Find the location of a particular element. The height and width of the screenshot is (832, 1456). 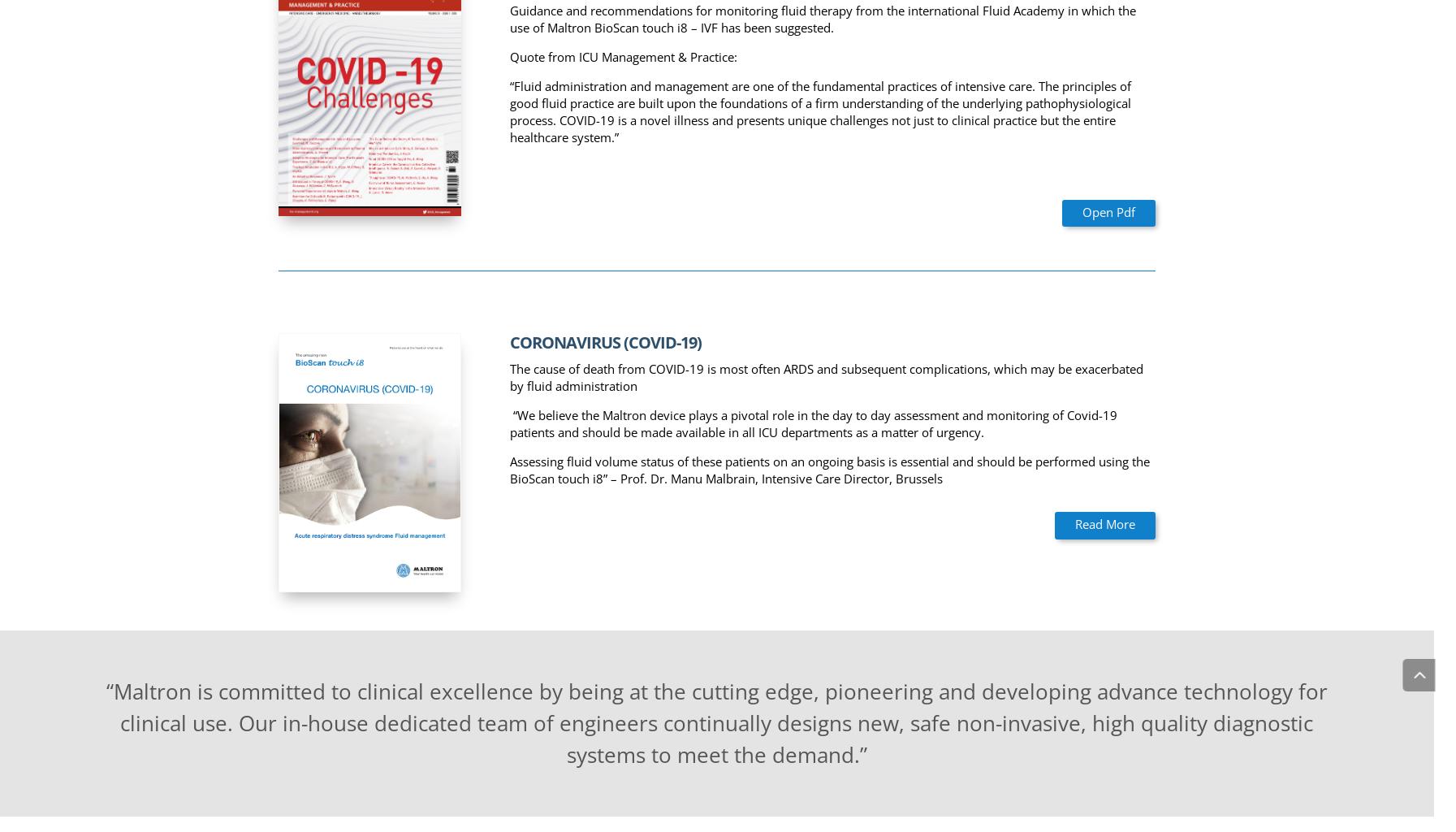

'CORONAVIRUS (COVID-19)' is located at coordinates (603, 341).